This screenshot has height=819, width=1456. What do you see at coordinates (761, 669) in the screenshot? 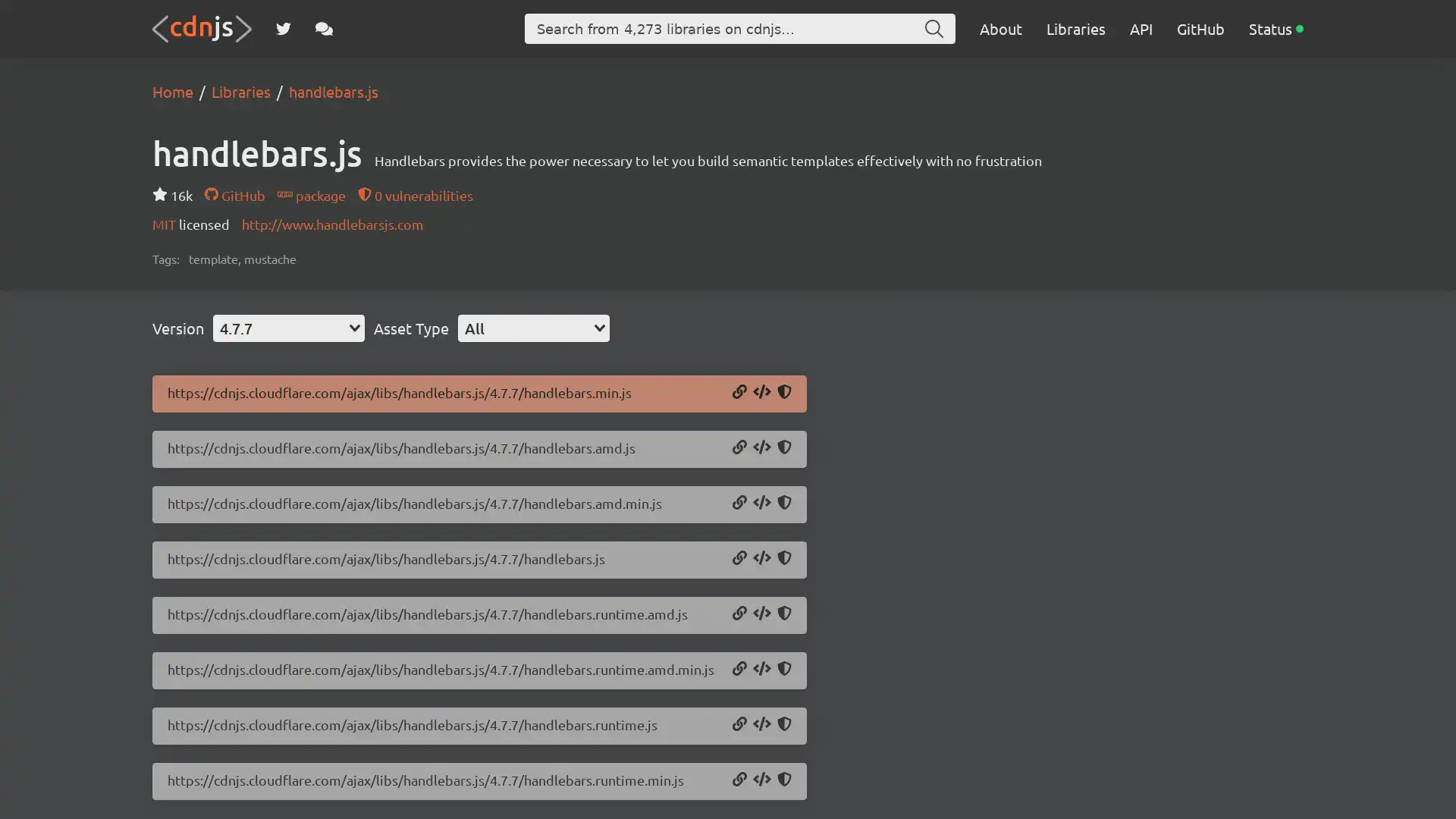
I see `Copy Script Tag` at bounding box center [761, 669].